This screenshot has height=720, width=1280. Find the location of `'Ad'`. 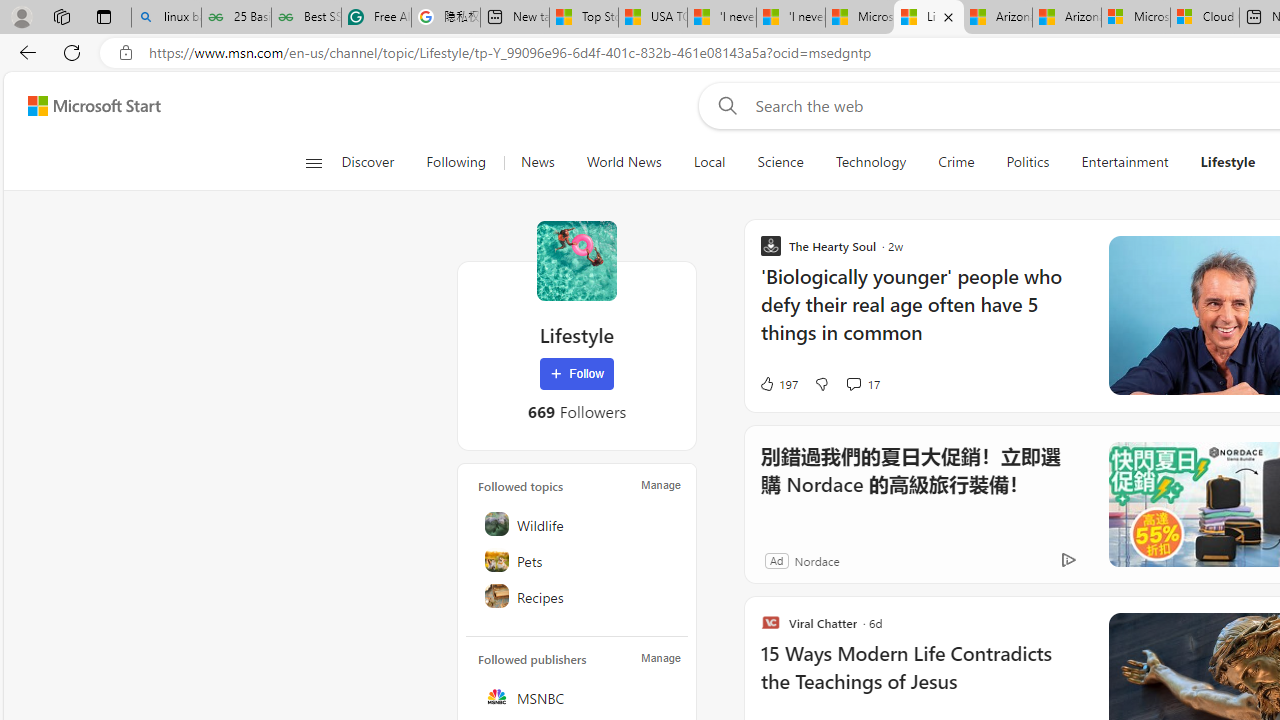

'Ad' is located at coordinates (775, 560).